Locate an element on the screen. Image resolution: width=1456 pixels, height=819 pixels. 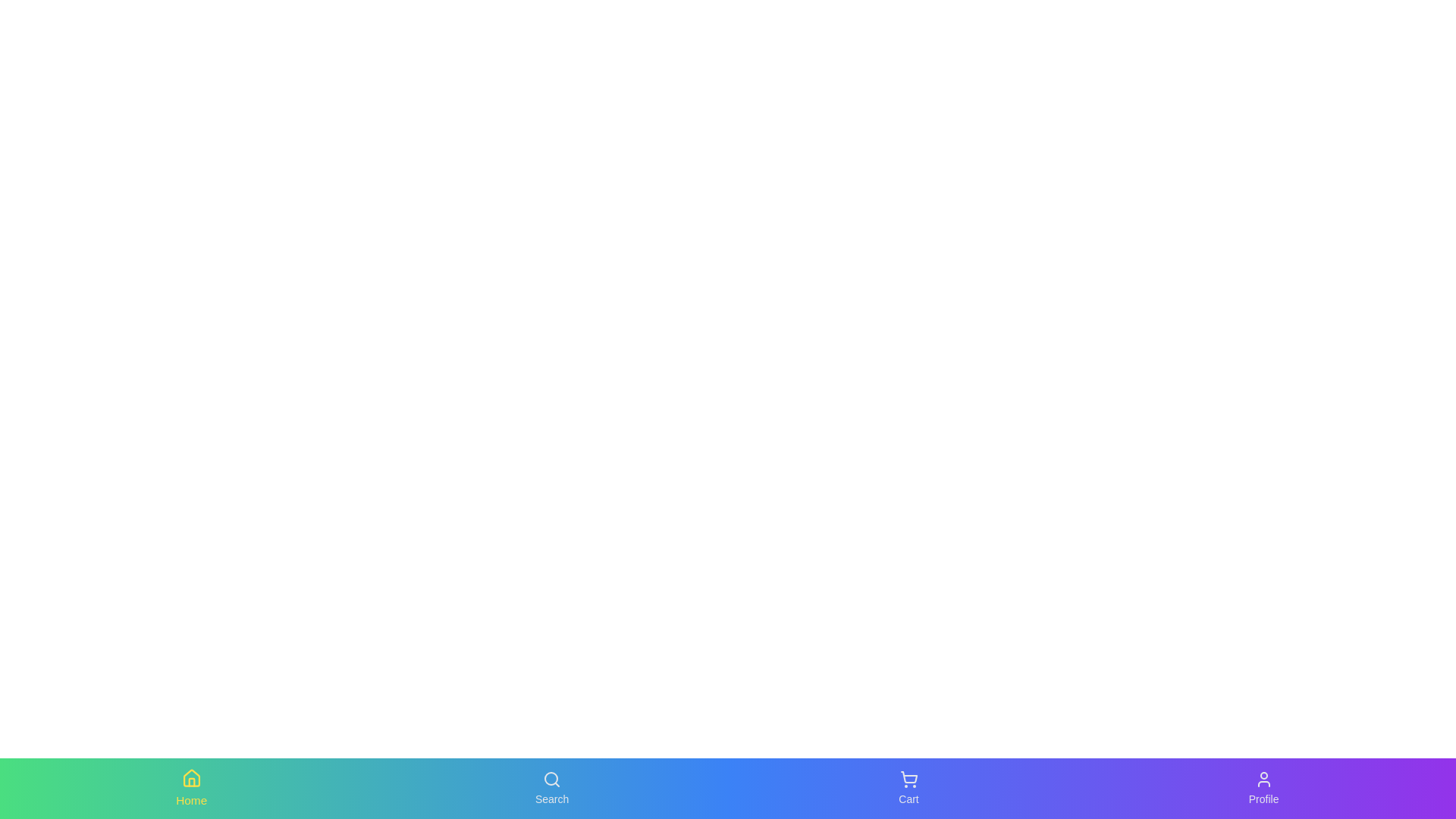
the Navigation bar is located at coordinates (728, 788).